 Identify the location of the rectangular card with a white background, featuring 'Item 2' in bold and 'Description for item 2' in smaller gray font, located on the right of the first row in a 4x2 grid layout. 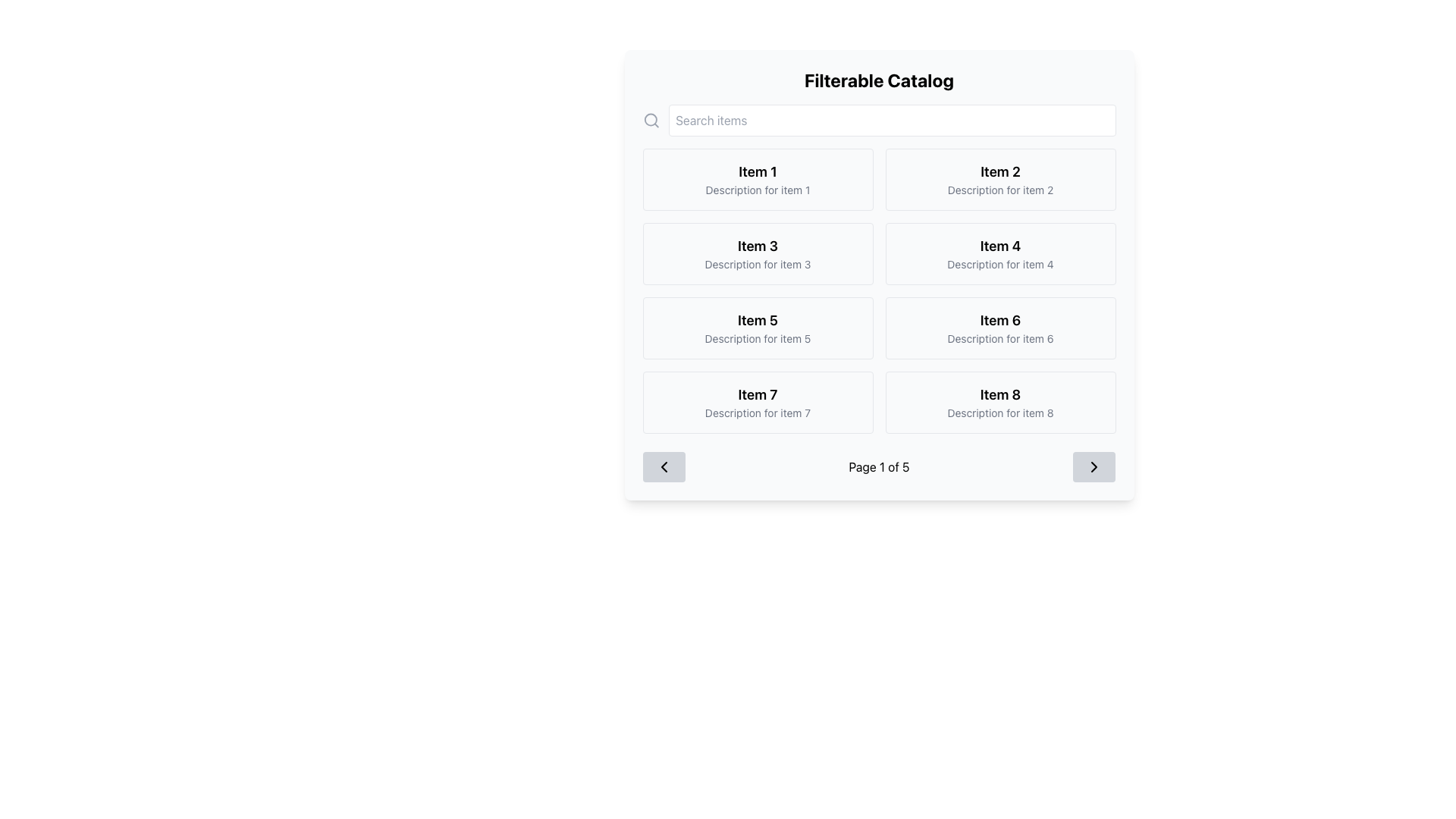
(1000, 178).